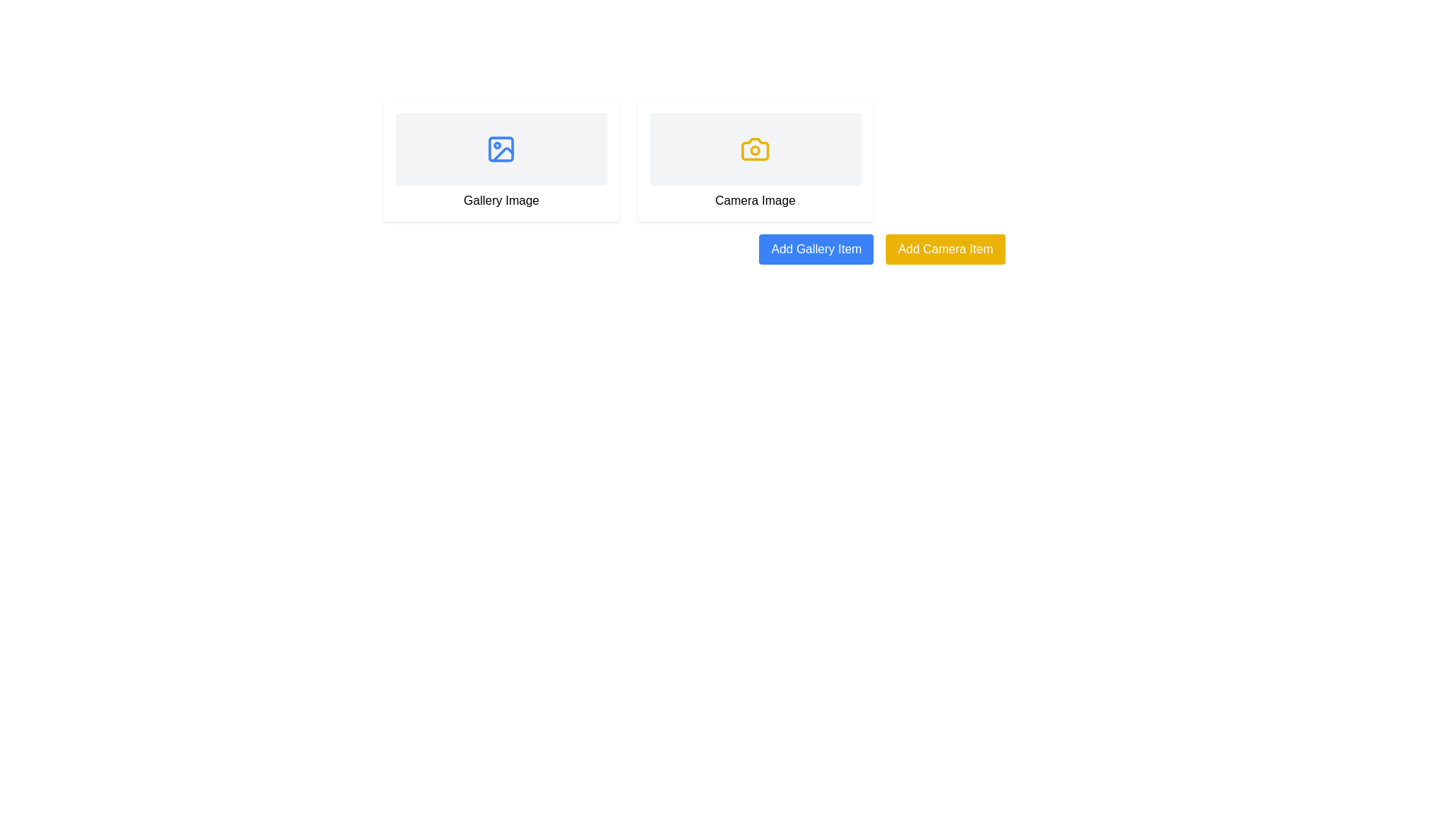 The height and width of the screenshot is (819, 1456). What do you see at coordinates (755, 161) in the screenshot?
I see `the non-interactive card component that visually represents a camera-related image, located to the right of the 'Gallery Image' card in a grid layout` at bounding box center [755, 161].